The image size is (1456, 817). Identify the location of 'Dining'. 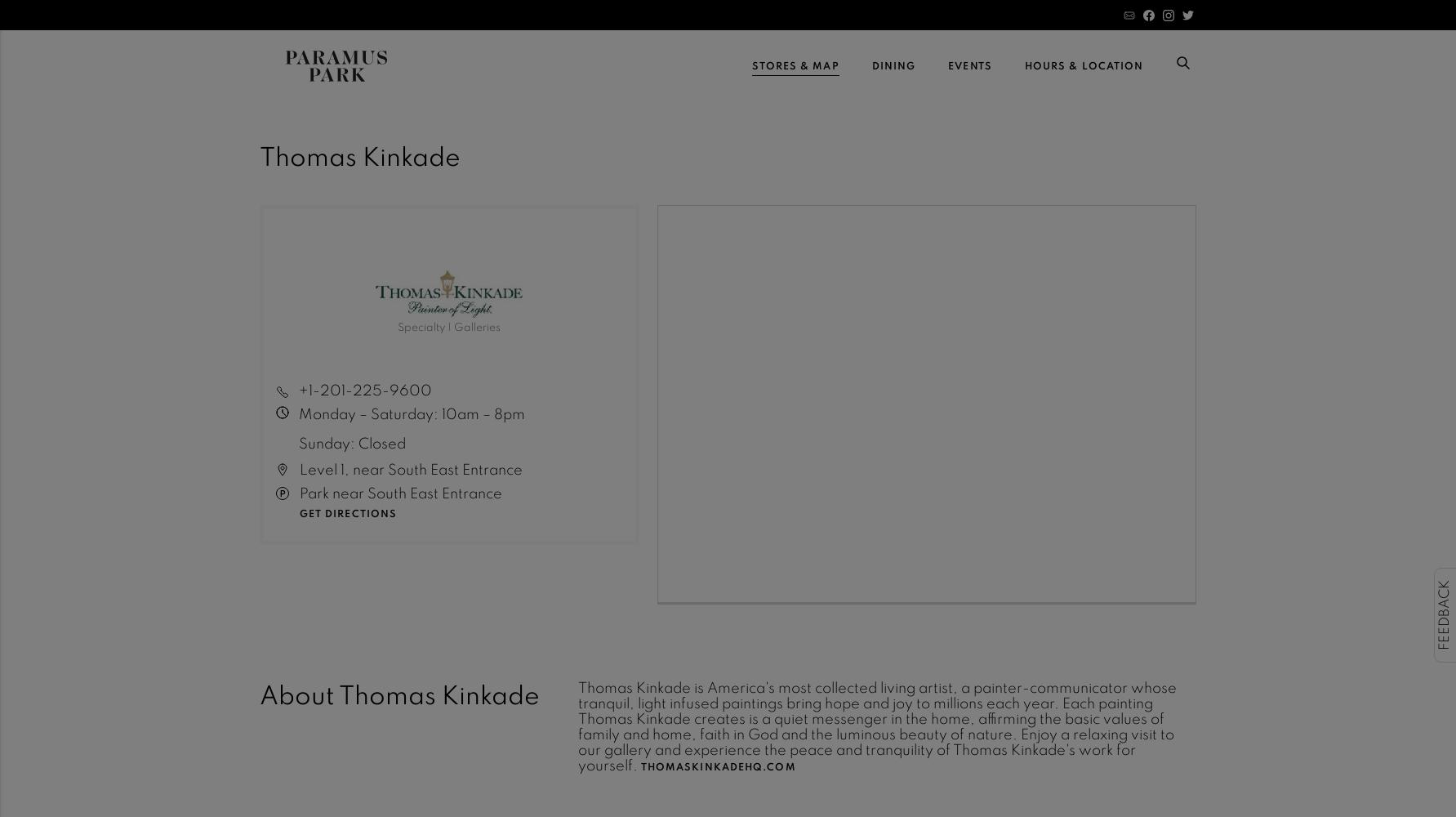
(893, 66).